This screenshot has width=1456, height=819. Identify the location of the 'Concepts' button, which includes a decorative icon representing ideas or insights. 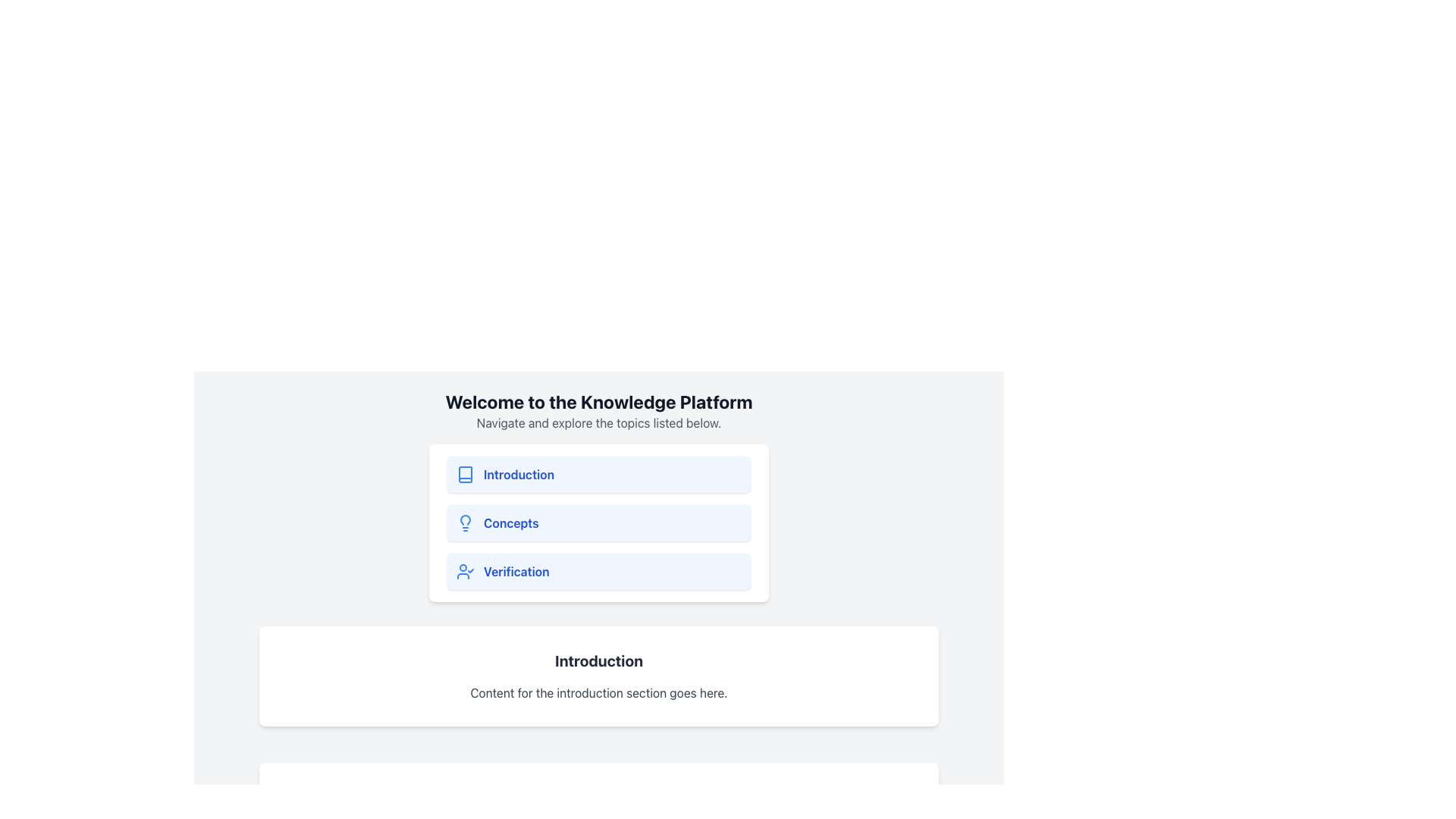
(465, 522).